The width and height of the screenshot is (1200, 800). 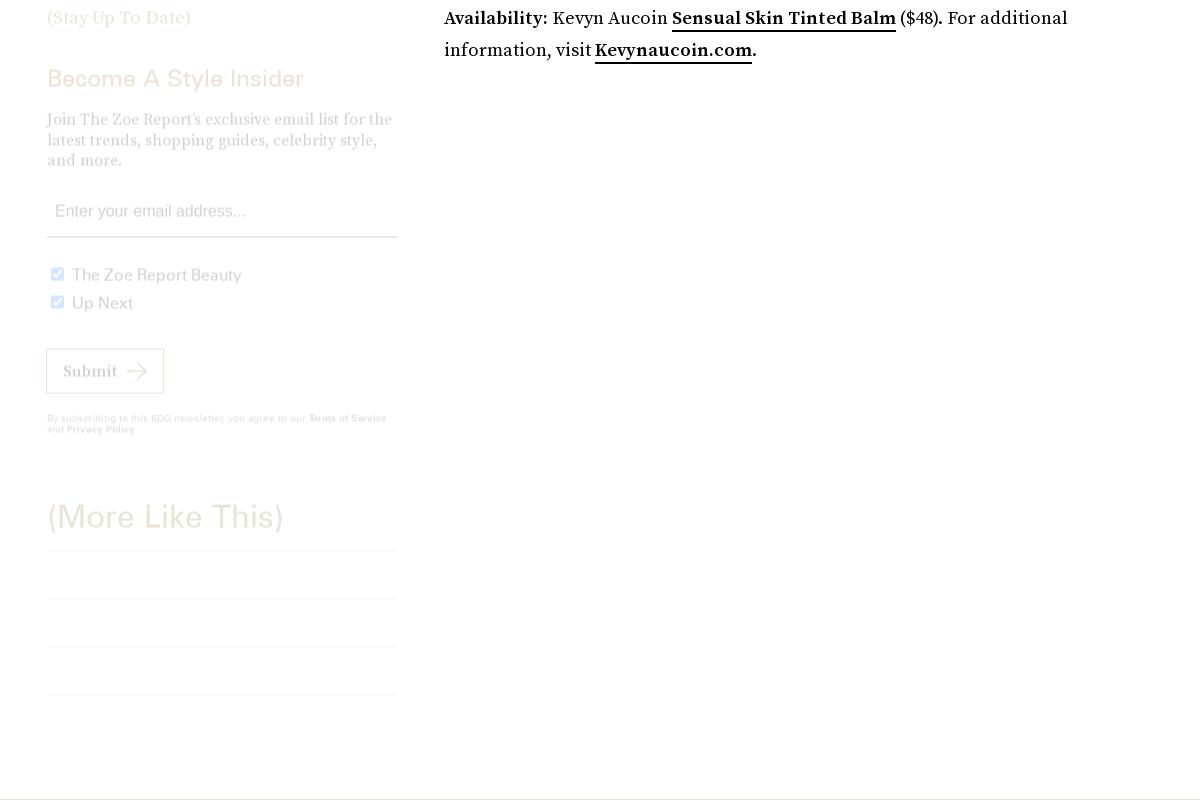 What do you see at coordinates (753, 48) in the screenshot?
I see `'.'` at bounding box center [753, 48].